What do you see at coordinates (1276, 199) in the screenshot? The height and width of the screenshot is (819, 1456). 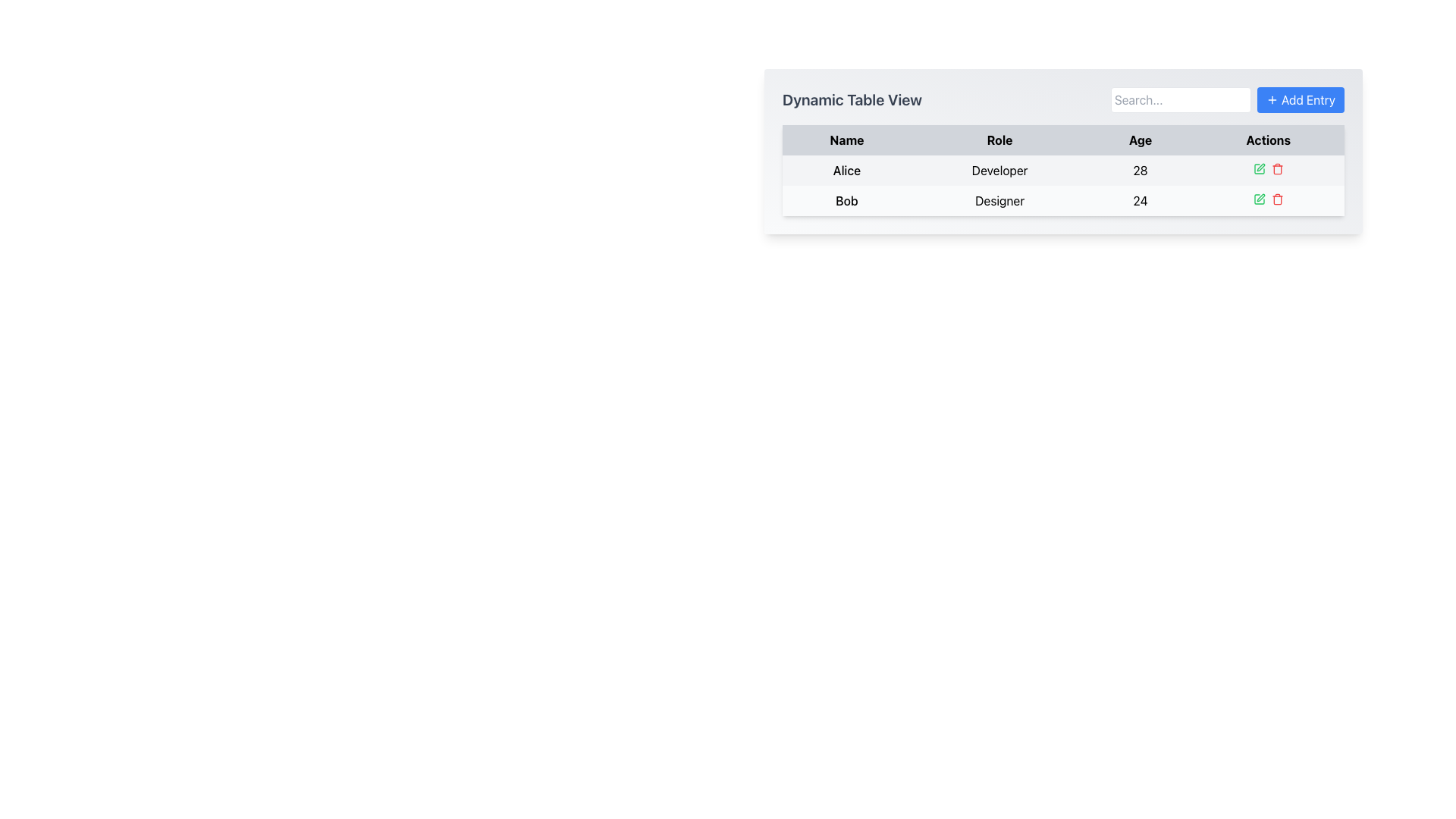 I see `the trash can icon in the 'Actions' column under the 'Designer' row, which is adjacent to the green pencil icon` at bounding box center [1276, 199].